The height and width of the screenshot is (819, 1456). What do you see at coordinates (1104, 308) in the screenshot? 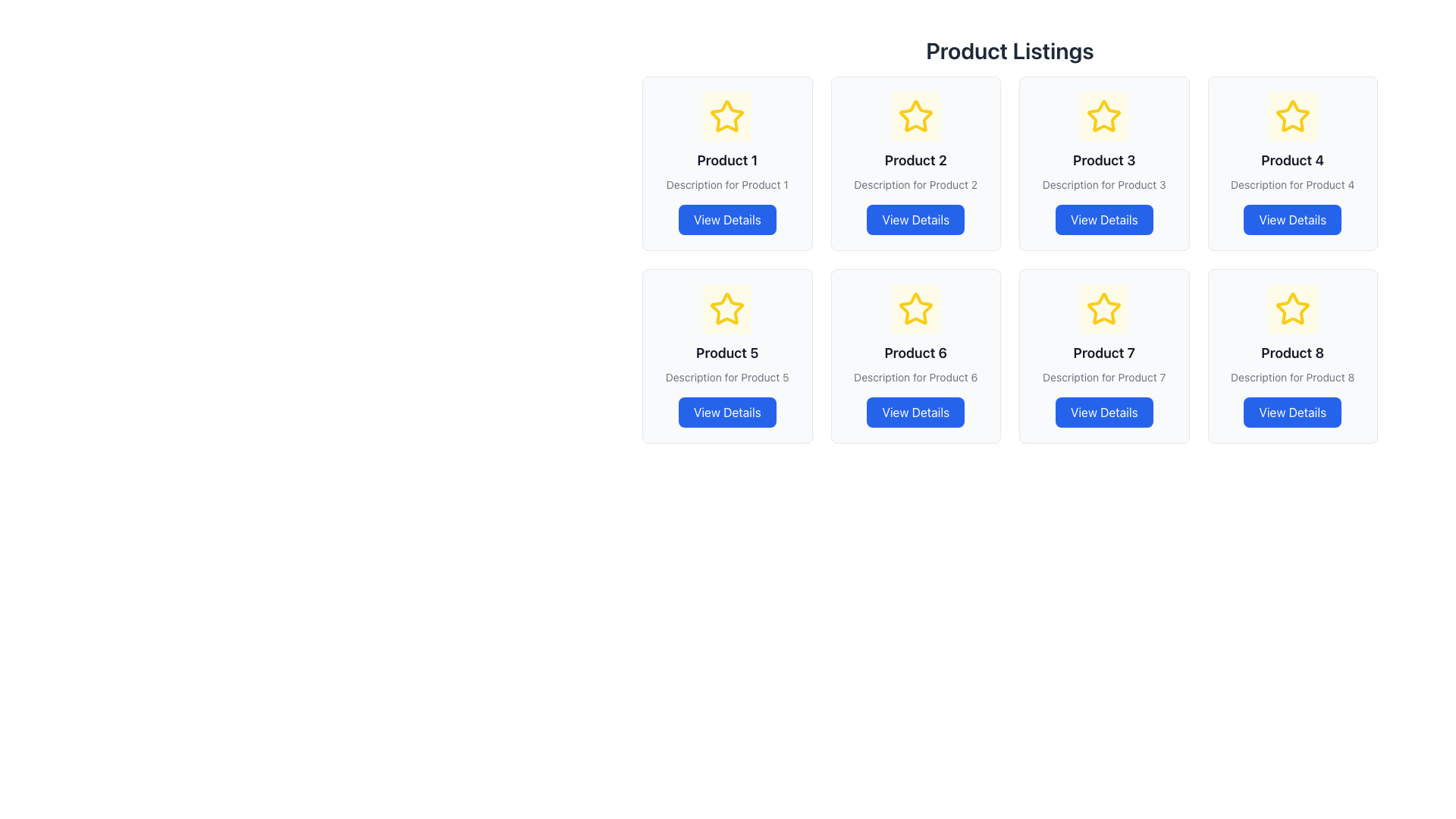
I see `the star icon with a yellow outline in the 'Product 7' card` at bounding box center [1104, 308].